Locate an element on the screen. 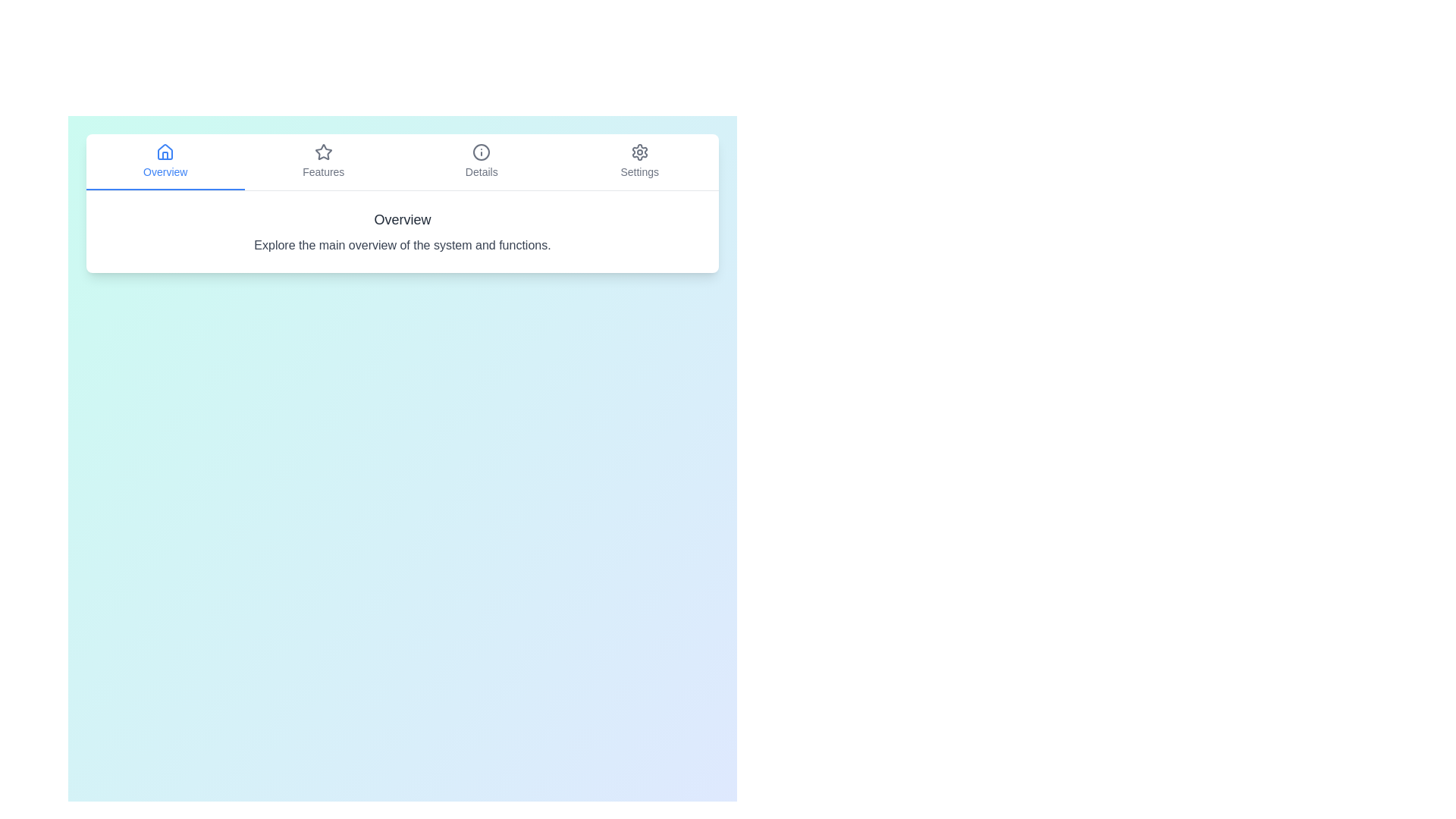 The width and height of the screenshot is (1456, 819). the tab labeled Settings is located at coordinates (639, 162).